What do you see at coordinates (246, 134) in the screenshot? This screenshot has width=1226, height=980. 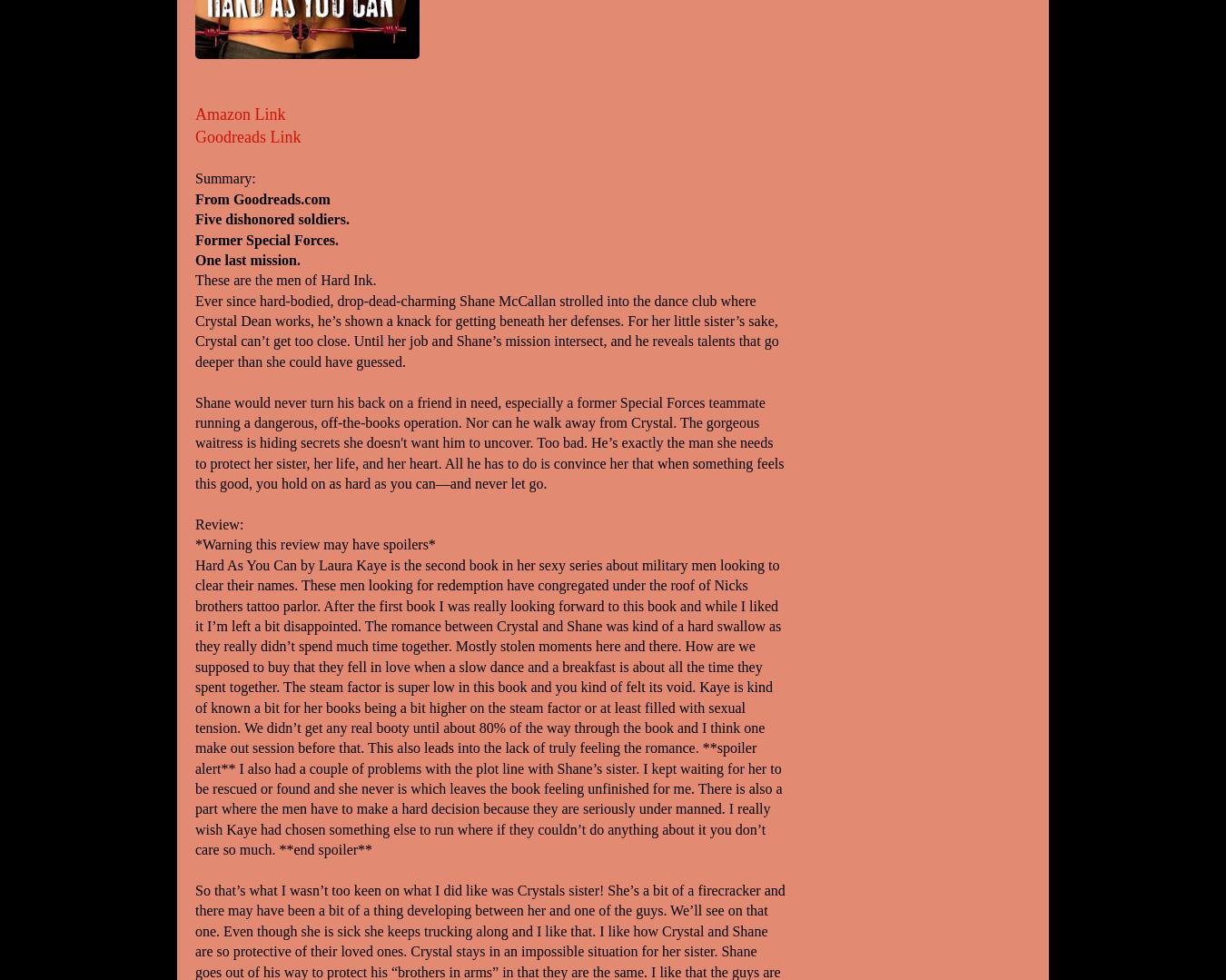 I see `'Goodreads Link'` at bounding box center [246, 134].